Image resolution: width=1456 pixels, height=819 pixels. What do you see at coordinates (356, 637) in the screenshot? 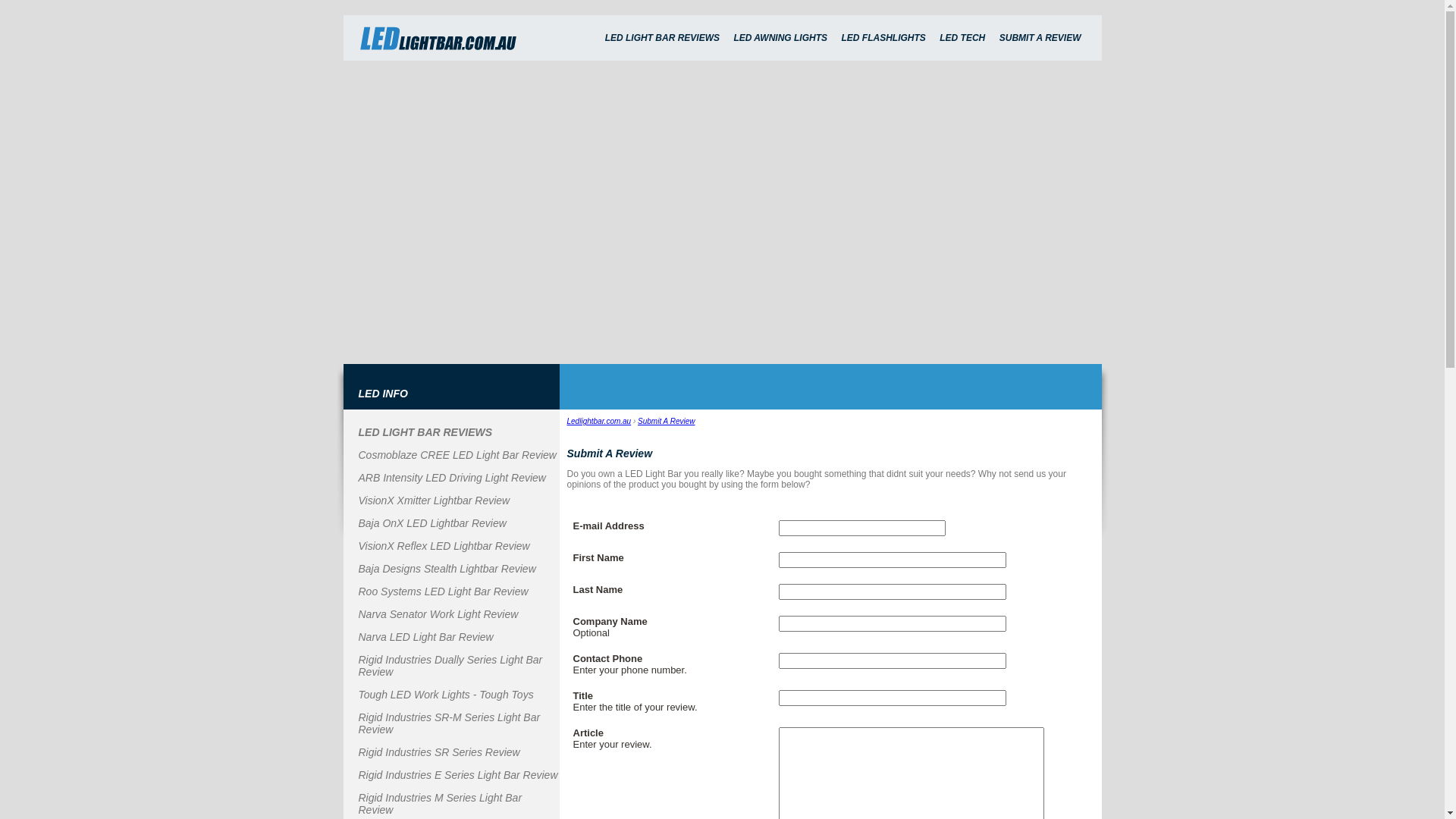
I see `'Narva LED Light Bar Review'` at bounding box center [356, 637].